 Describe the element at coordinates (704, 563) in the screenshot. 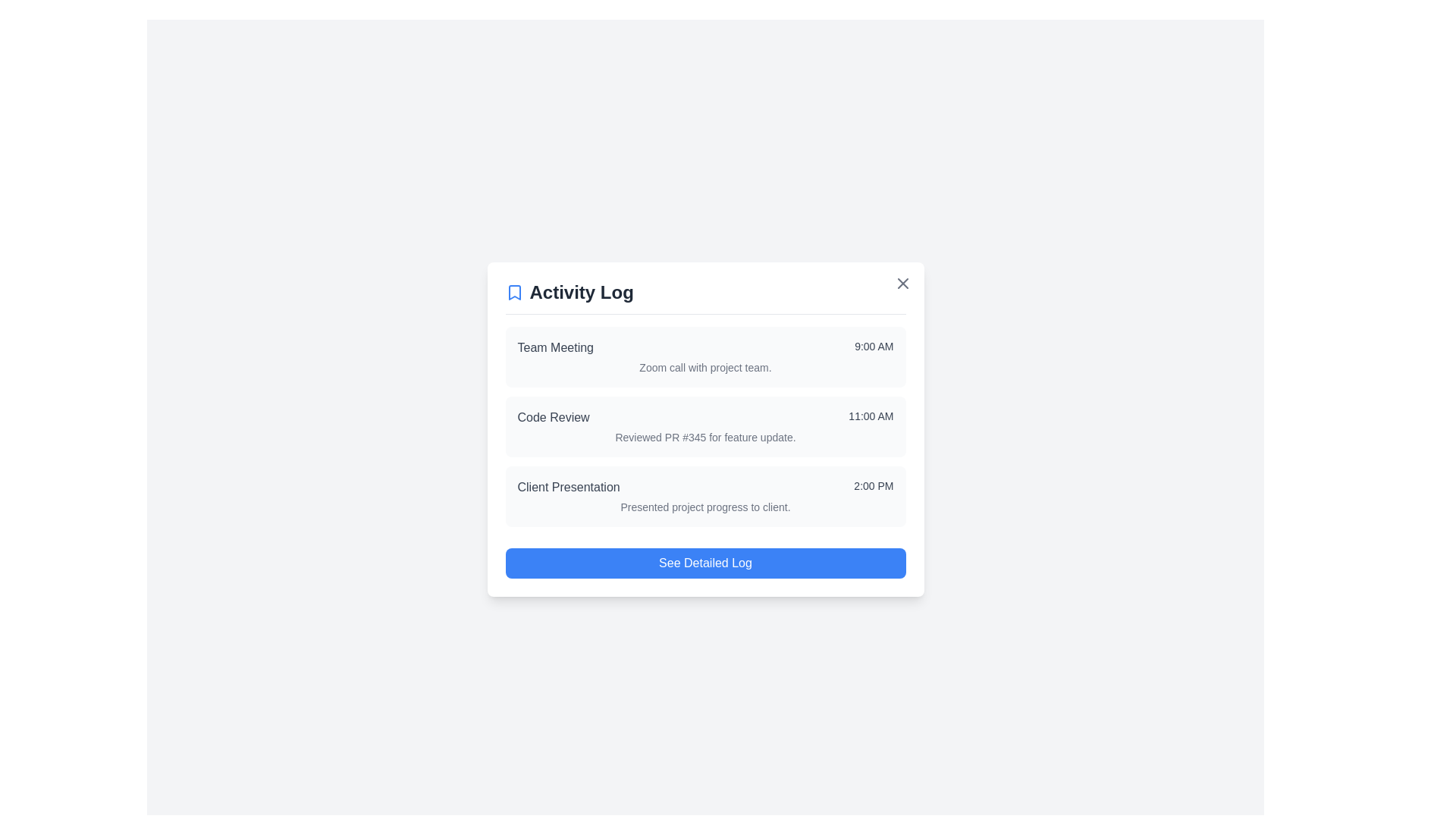

I see `the 'See Detailed Log' button` at that location.